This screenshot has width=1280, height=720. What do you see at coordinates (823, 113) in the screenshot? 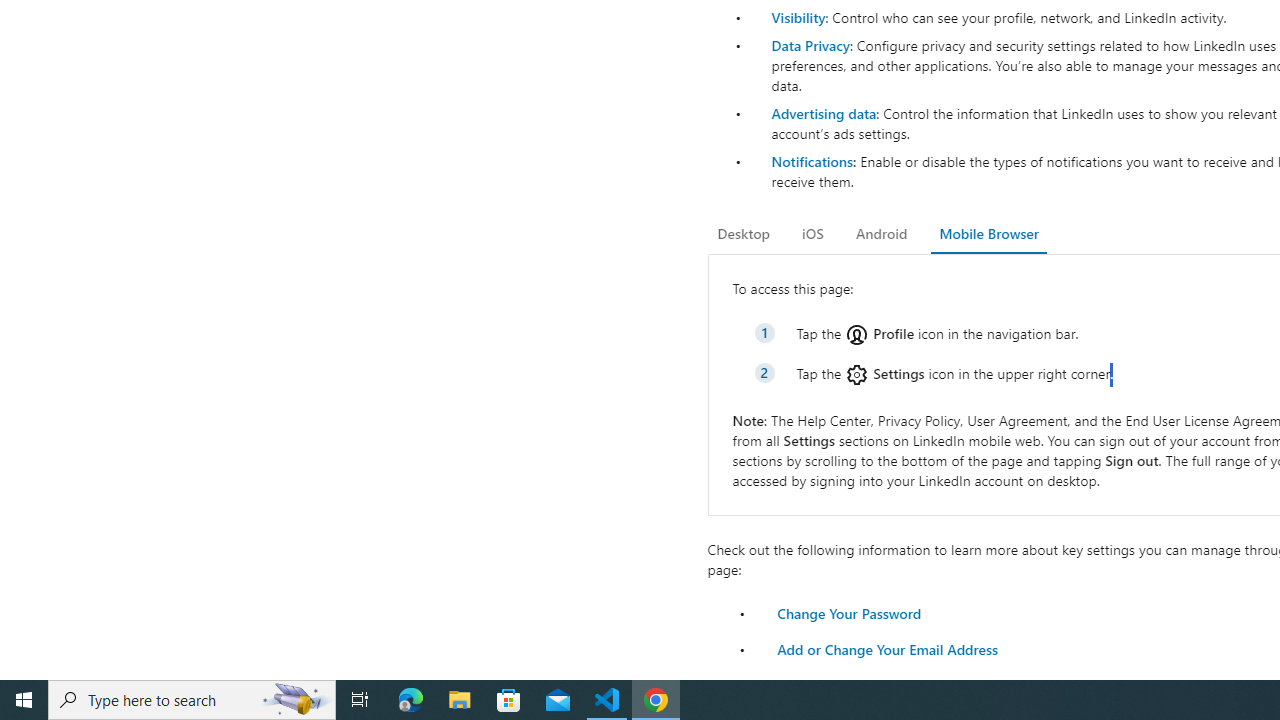
I see `'Advertising data'` at bounding box center [823, 113].